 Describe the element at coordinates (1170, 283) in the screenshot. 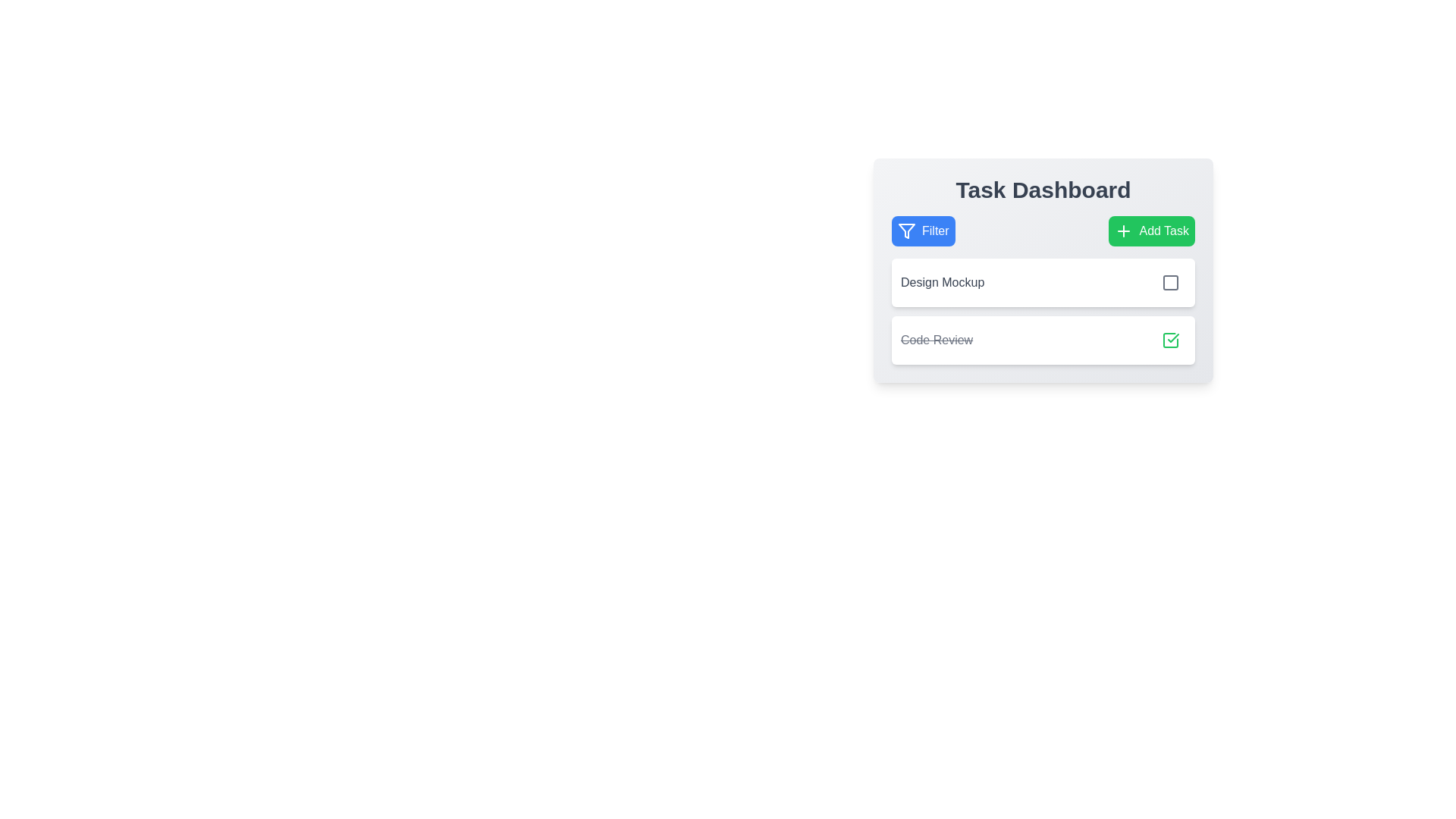

I see `the Icon Button located at the right edge of the 'Design Mockup' task row` at that location.